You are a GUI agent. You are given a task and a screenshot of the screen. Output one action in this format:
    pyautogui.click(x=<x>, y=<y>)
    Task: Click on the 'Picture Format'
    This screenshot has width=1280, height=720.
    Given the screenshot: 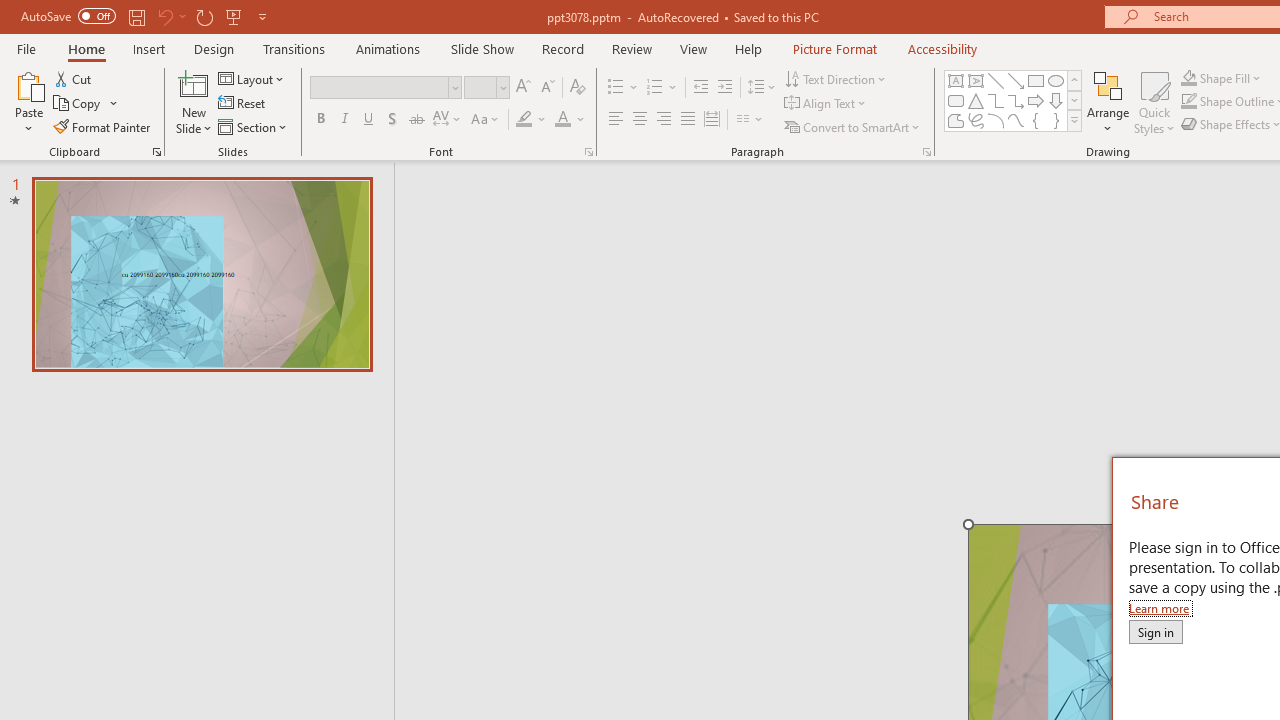 What is the action you would take?
    pyautogui.click(x=835, y=48)
    